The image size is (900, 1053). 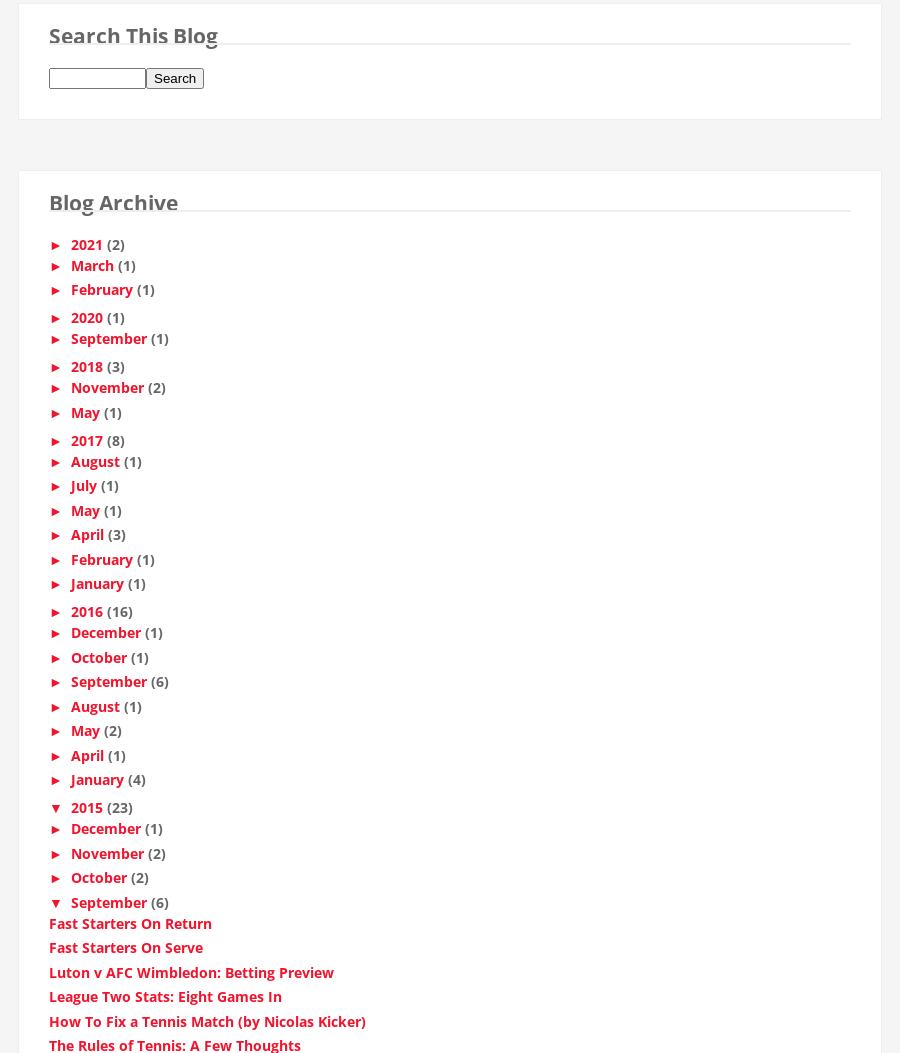 What do you see at coordinates (87, 250) in the screenshot?
I see `'2021'` at bounding box center [87, 250].